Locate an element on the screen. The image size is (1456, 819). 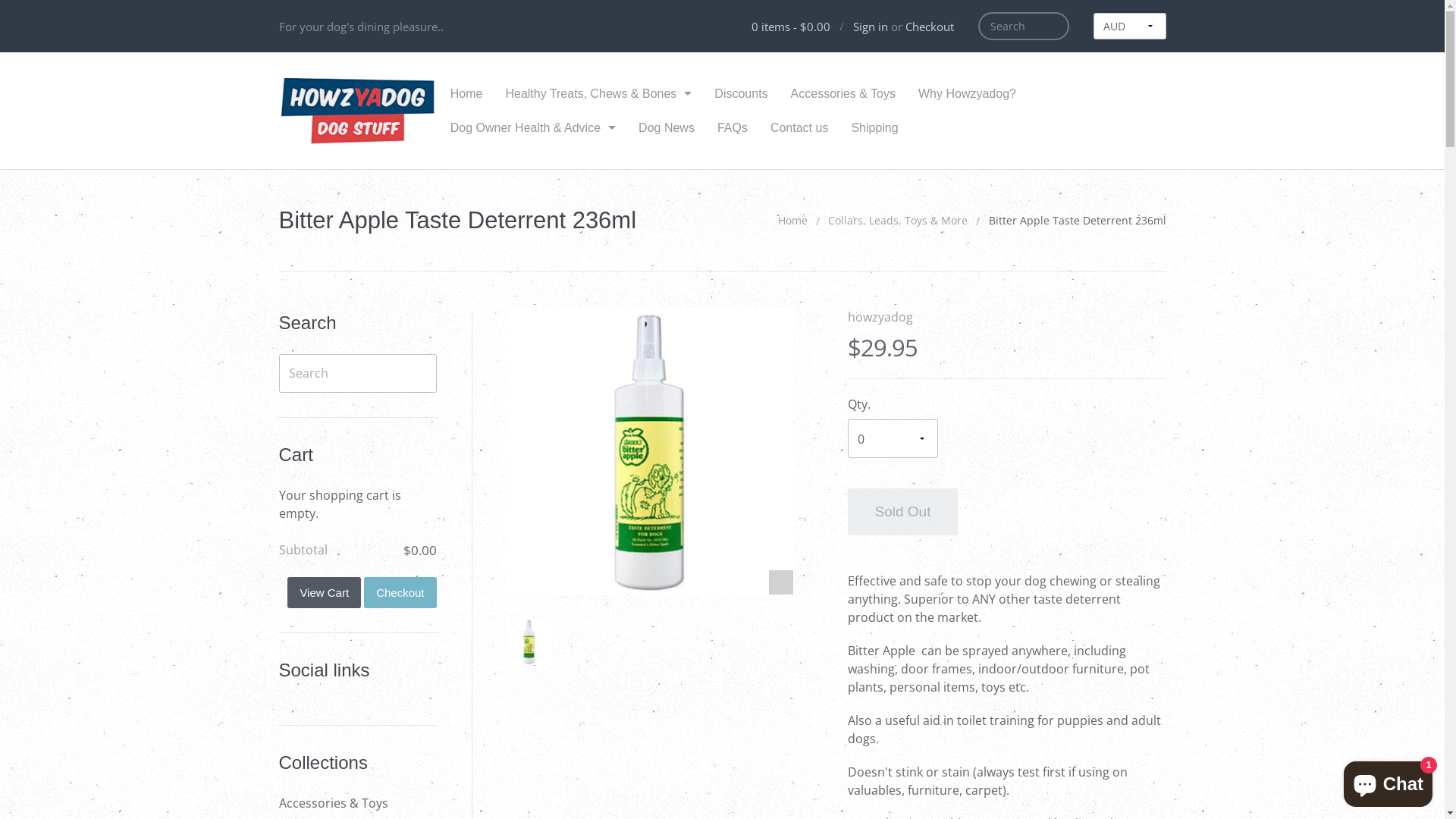
'Checkout' is located at coordinates (905, 26).